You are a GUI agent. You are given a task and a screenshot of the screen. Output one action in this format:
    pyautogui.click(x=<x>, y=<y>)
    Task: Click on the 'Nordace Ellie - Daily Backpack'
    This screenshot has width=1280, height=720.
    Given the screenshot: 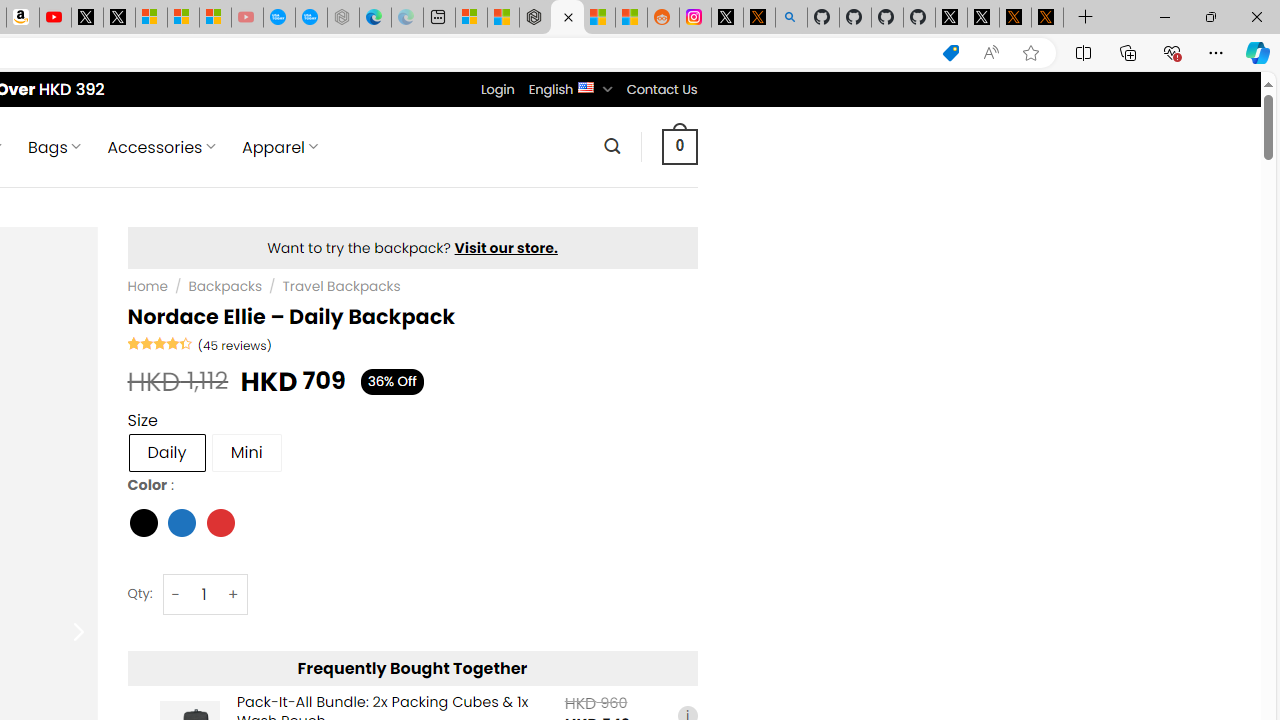 What is the action you would take?
    pyautogui.click(x=566, y=17)
    